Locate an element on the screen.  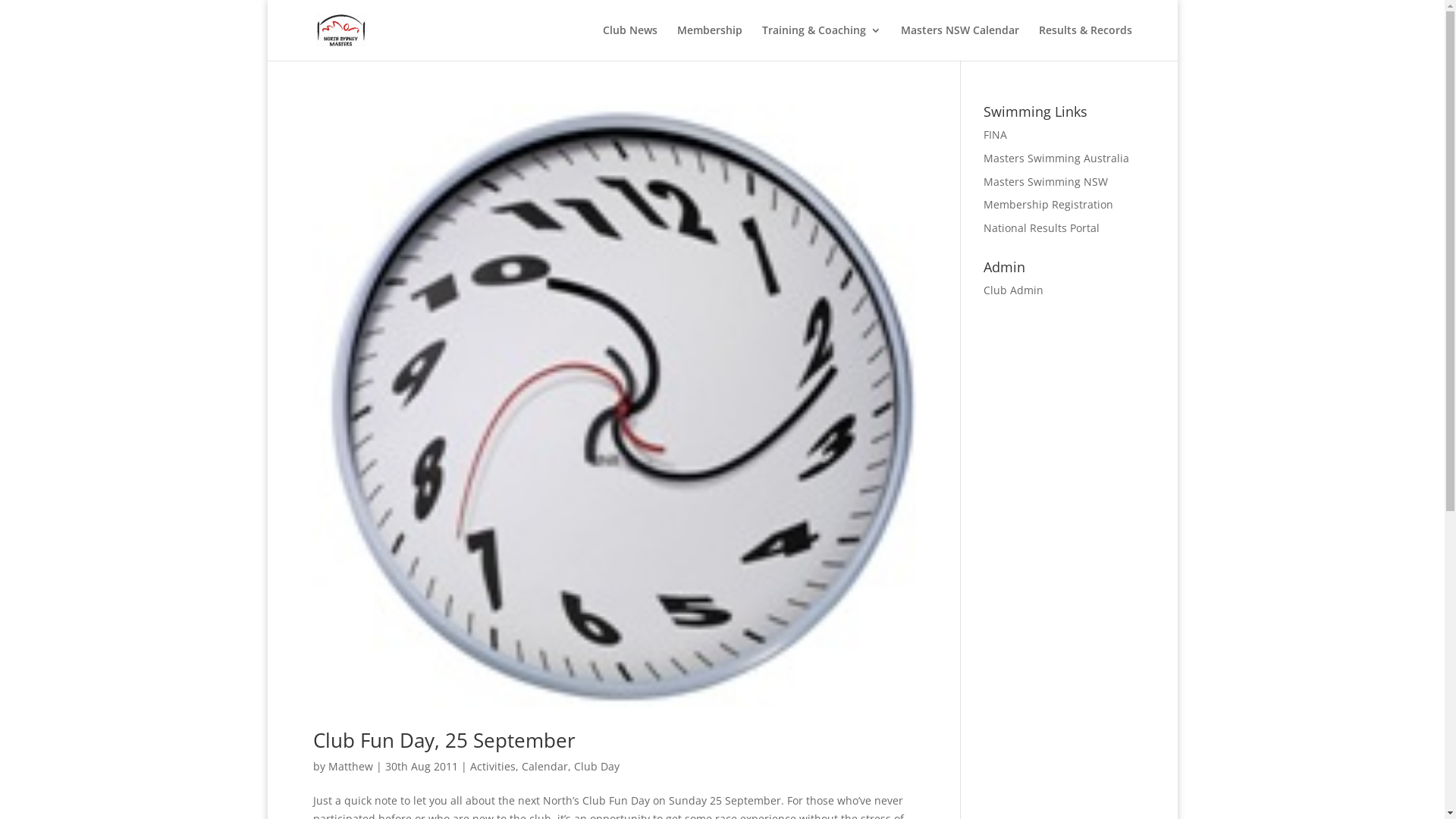
'Matthew' is located at coordinates (327, 766).